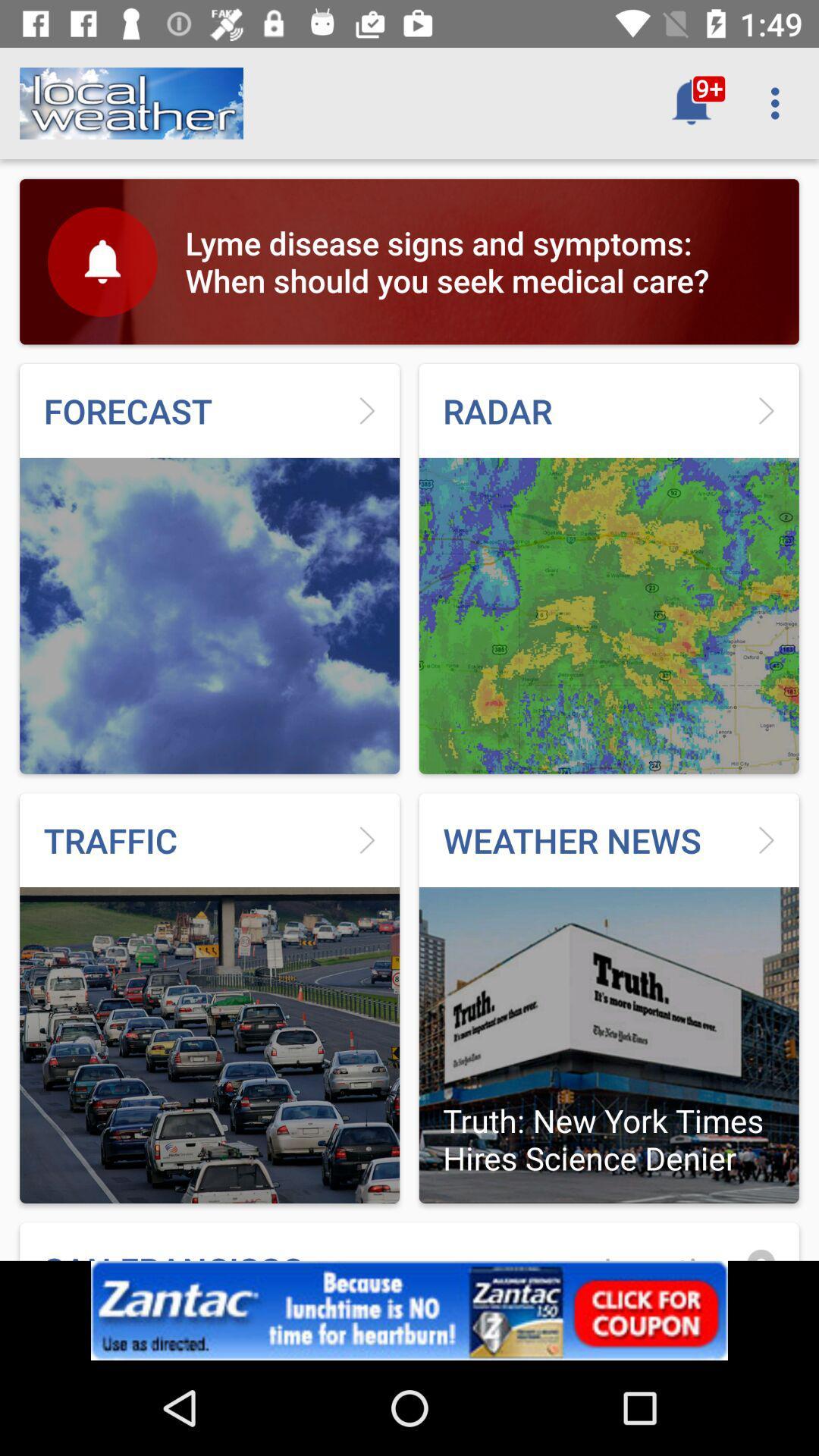 The width and height of the screenshot is (819, 1456). What do you see at coordinates (409, 102) in the screenshot?
I see `improper tagging` at bounding box center [409, 102].